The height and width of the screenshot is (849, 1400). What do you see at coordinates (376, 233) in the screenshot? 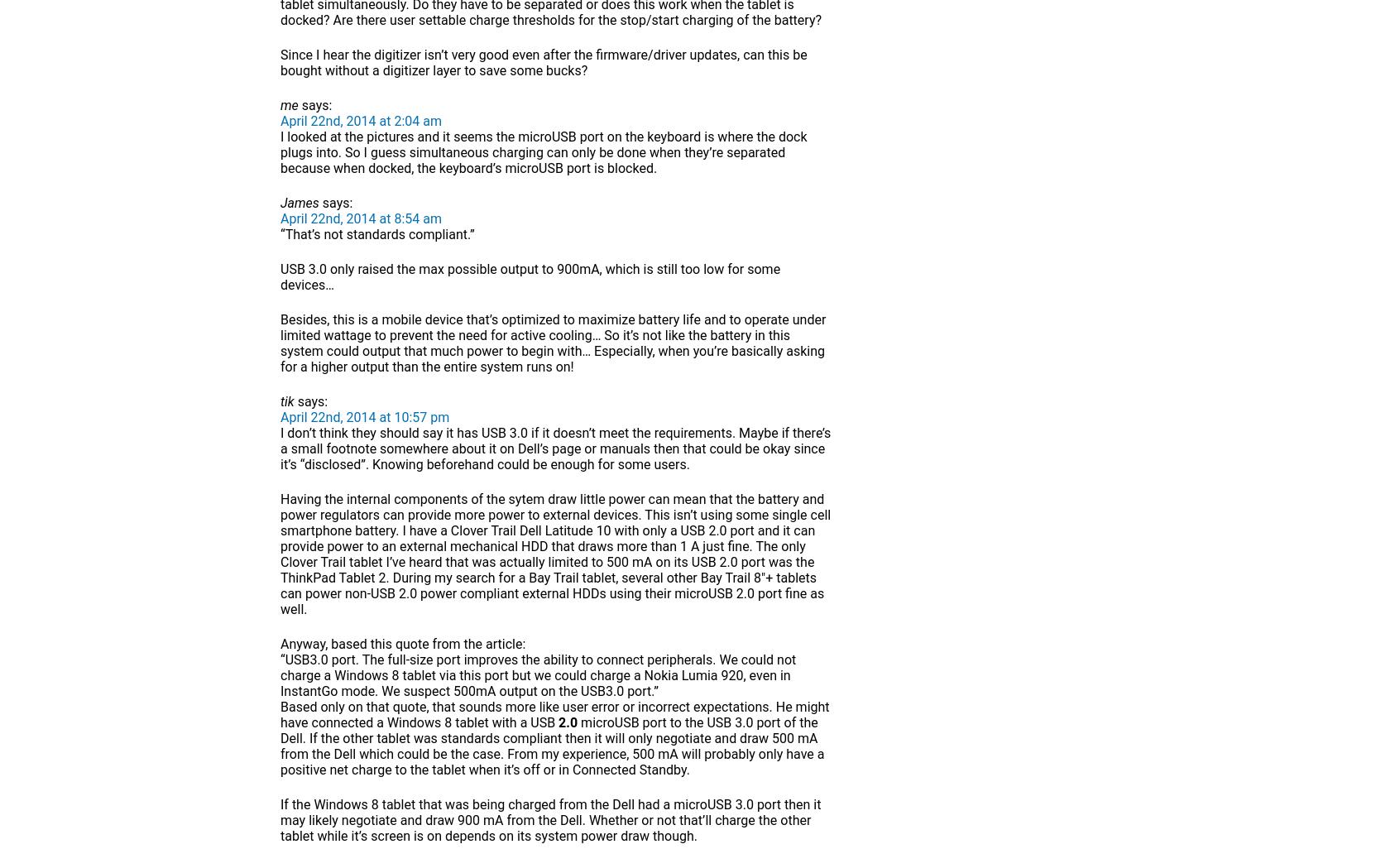
I see `'“That’s not standards compliant.”'` at bounding box center [376, 233].